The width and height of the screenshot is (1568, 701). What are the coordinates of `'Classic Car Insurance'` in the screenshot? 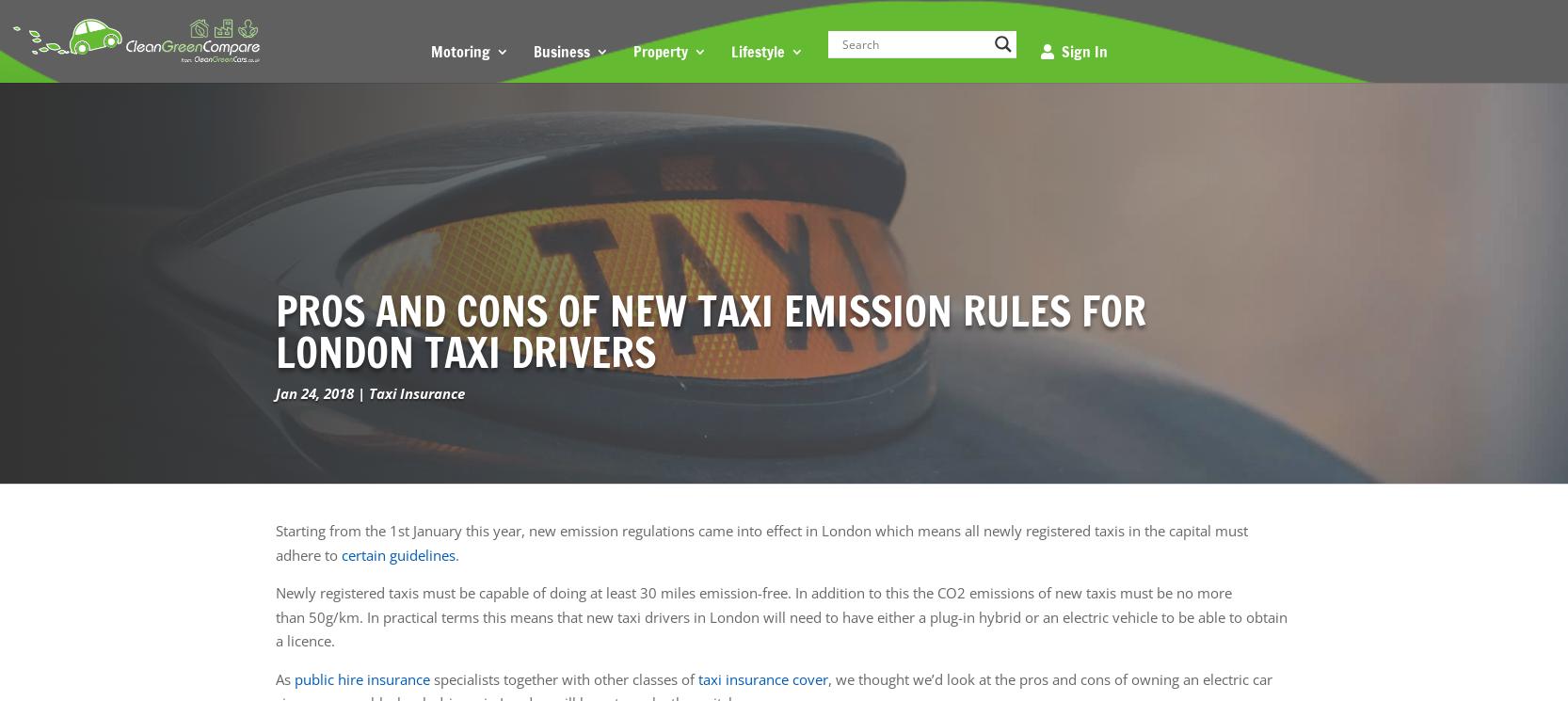 It's located at (515, 151).